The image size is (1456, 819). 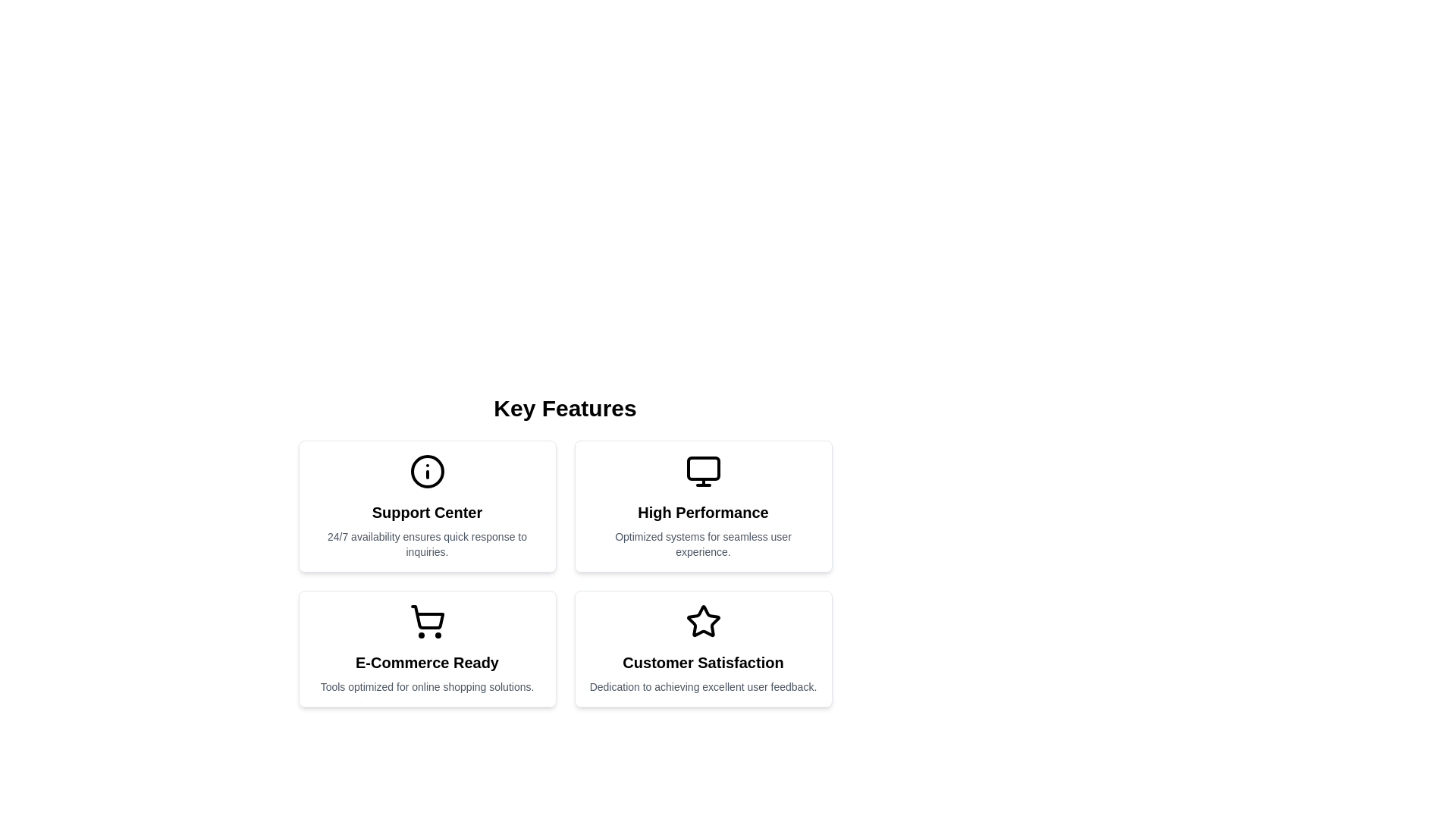 I want to click on the computer monitor icon, which is centrally positioned in the 'High Performance' section of the Key Features grid layout, so click(x=702, y=470).